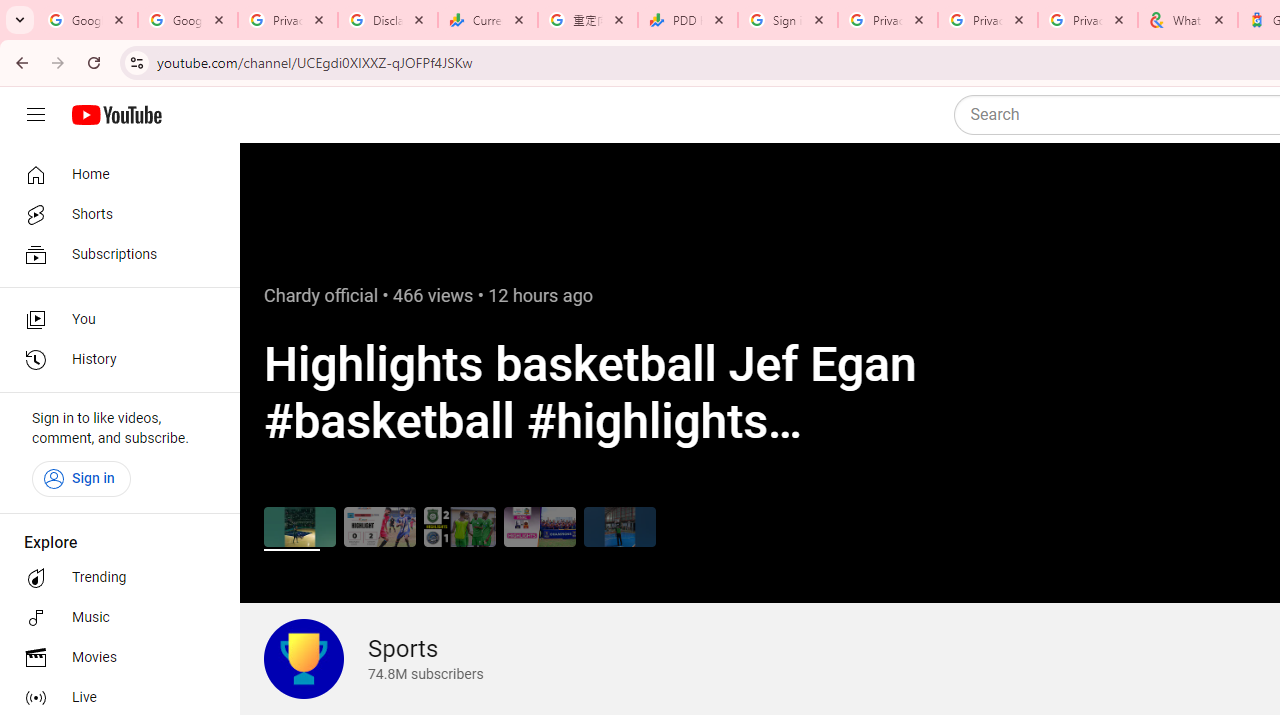 The width and height of the screenshot is (1280, 720). Describe the element at coordinates (112, 658) in the screenshot. I see `'Movies'` at that location.